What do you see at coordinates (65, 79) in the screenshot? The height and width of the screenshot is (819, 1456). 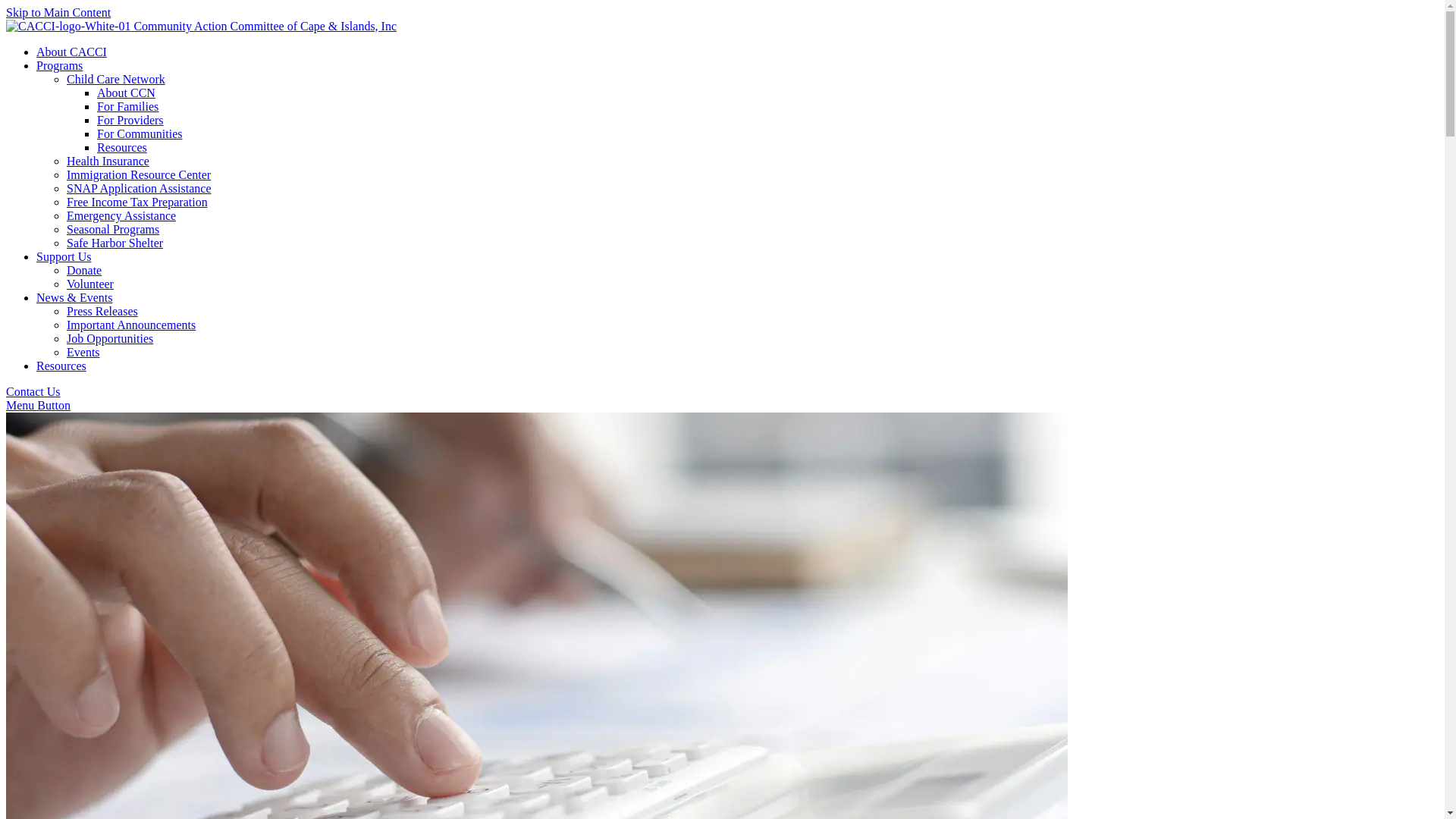 I see `'Child Care Network'` at bounding box center [65, 79].